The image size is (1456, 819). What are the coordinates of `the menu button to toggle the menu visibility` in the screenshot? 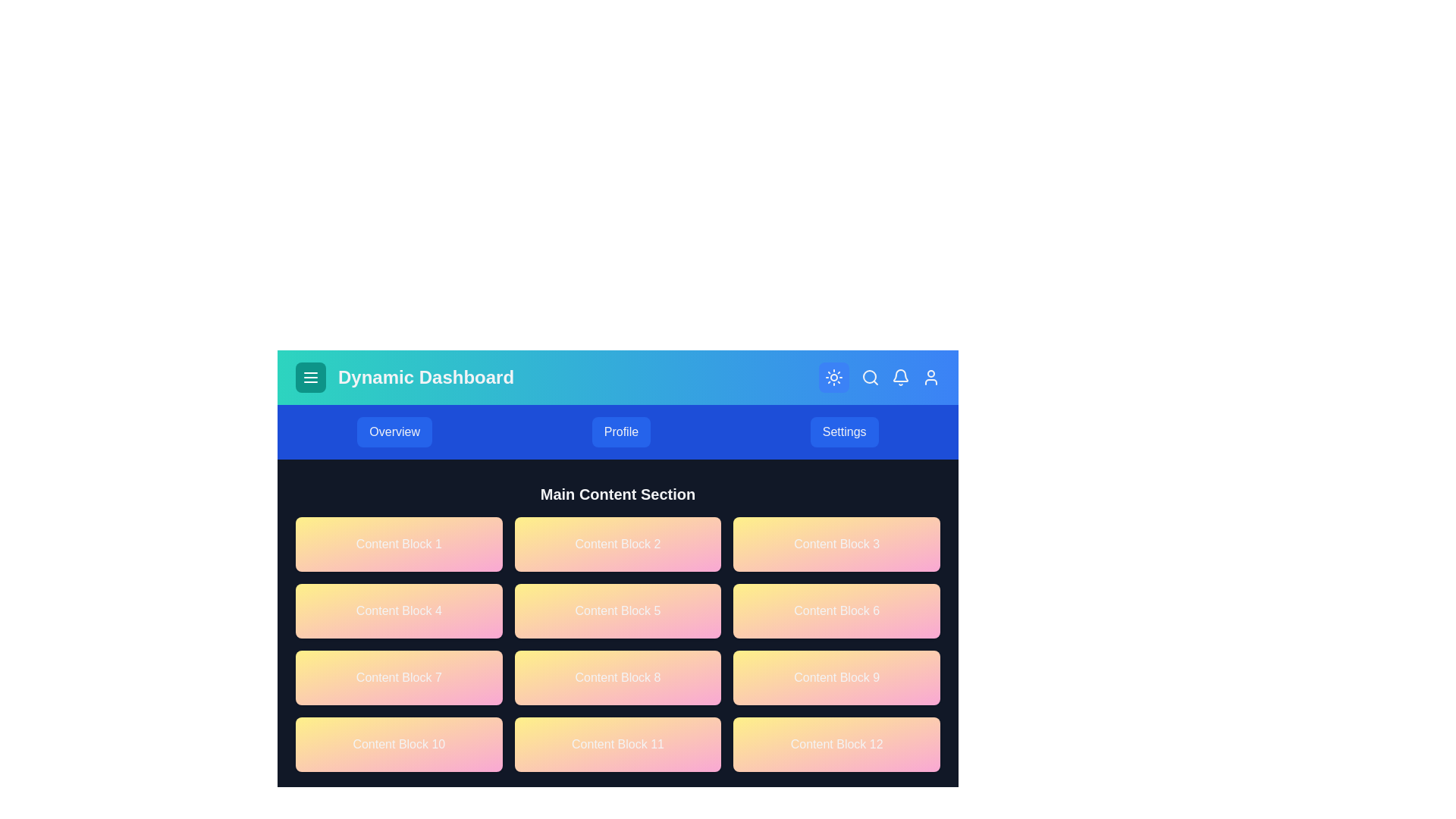 It's located at (309, 376).